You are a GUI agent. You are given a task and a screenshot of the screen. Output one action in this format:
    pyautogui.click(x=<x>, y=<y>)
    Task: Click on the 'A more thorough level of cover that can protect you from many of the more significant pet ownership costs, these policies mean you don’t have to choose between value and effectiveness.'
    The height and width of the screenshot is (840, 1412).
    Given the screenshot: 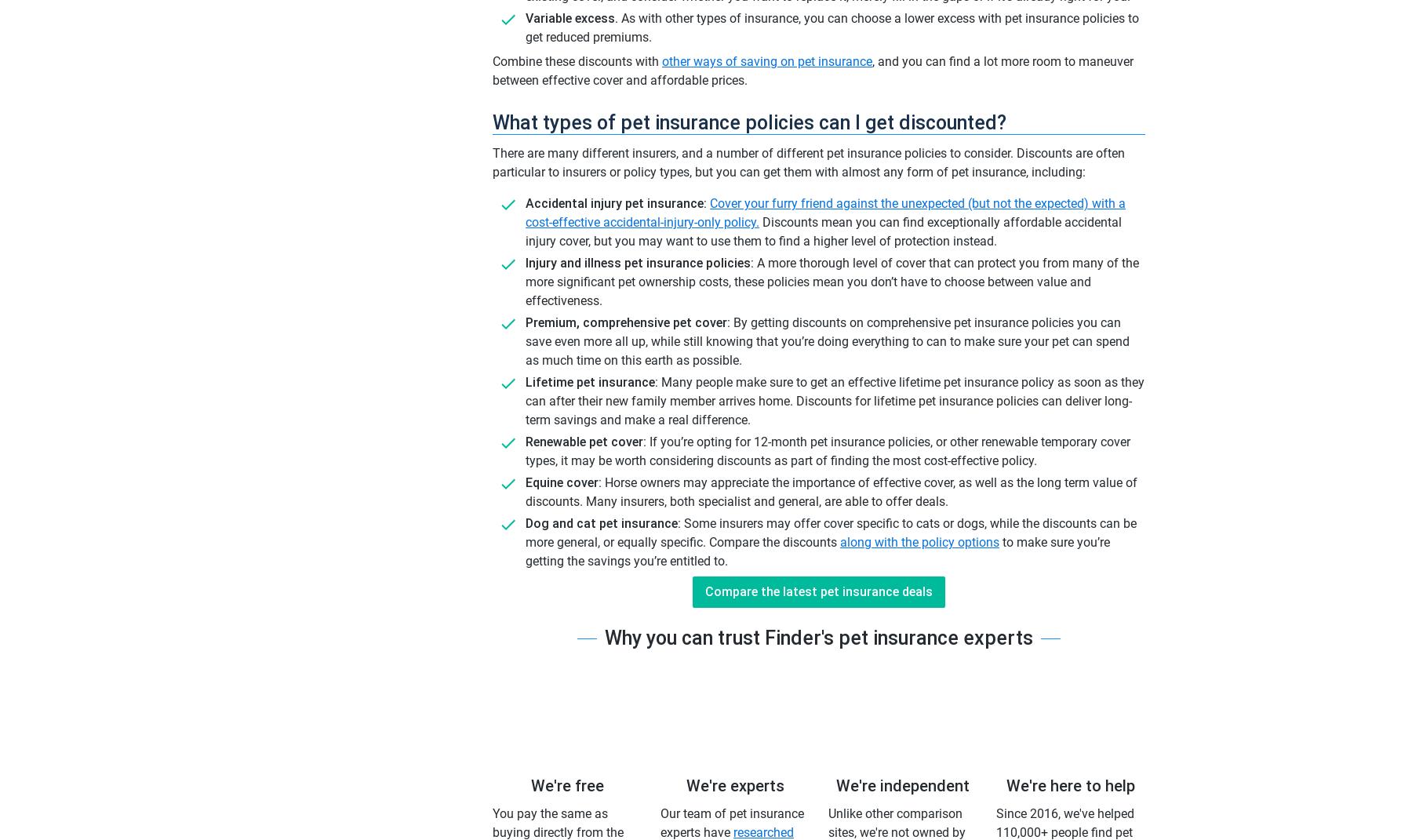 What is the action you would take?
    pyautogui.click(x=832, y=281)
    